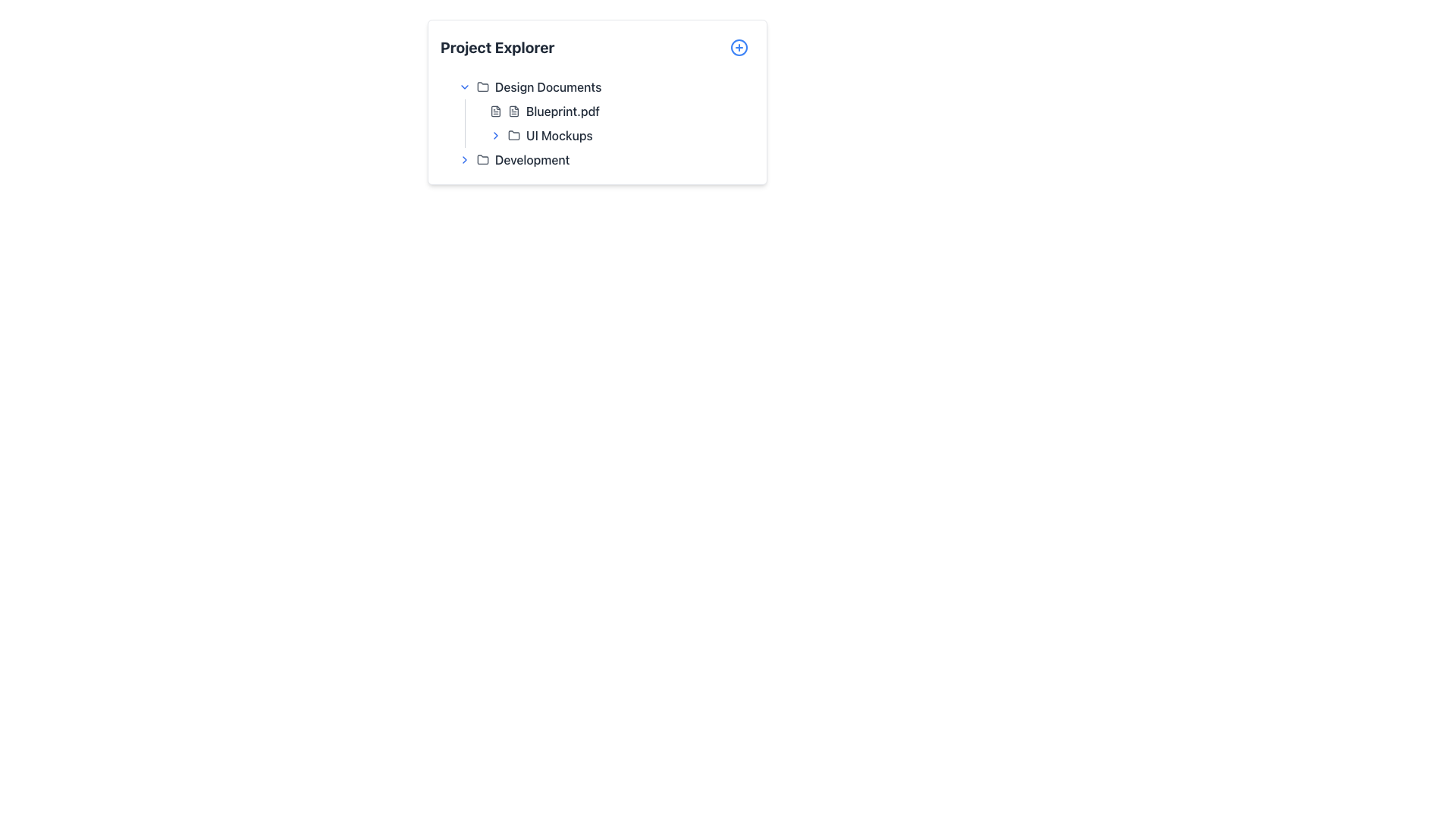 Image resolution: width=1456 pixels, height=819 pixels. Describe the element at coordinates (739, 46) in the screenshot. I see `the 'Add' icon button located in the top-right corner of the 'Project Explorer' section` at that location.